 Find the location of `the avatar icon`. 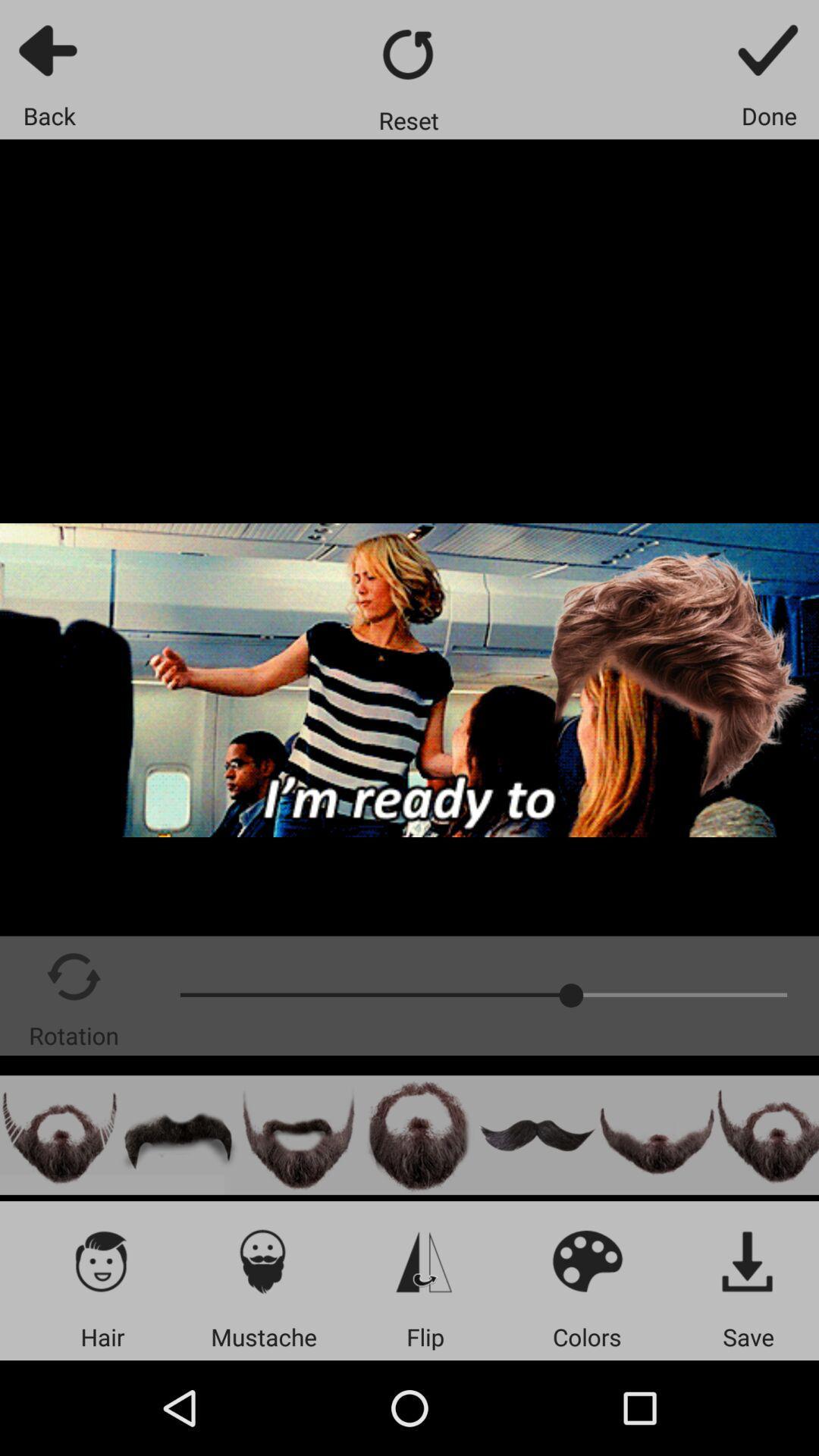

the avatar icon is located at coordinates (418, 1135).